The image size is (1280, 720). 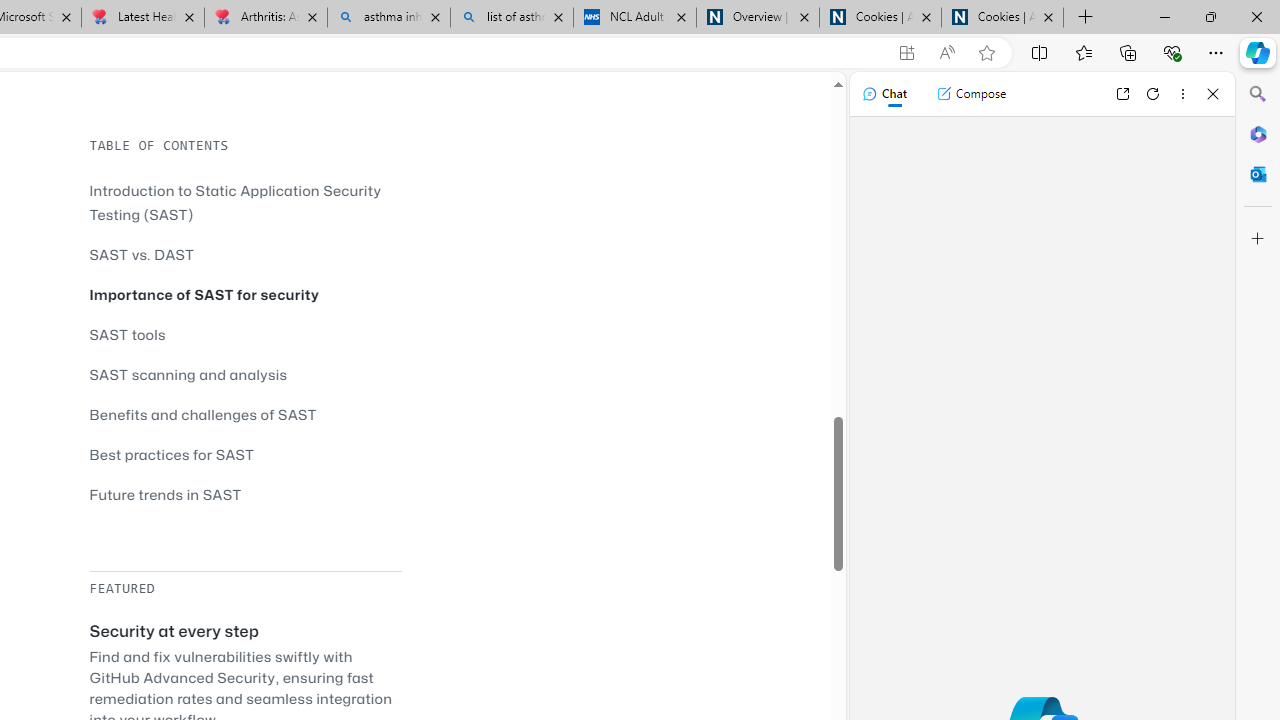 What do you see at coordinates (235, 202) in the screenshot?
I see `'Introduction to Static Application Security Testing (SAST)'` at bounding box center [235, 202].